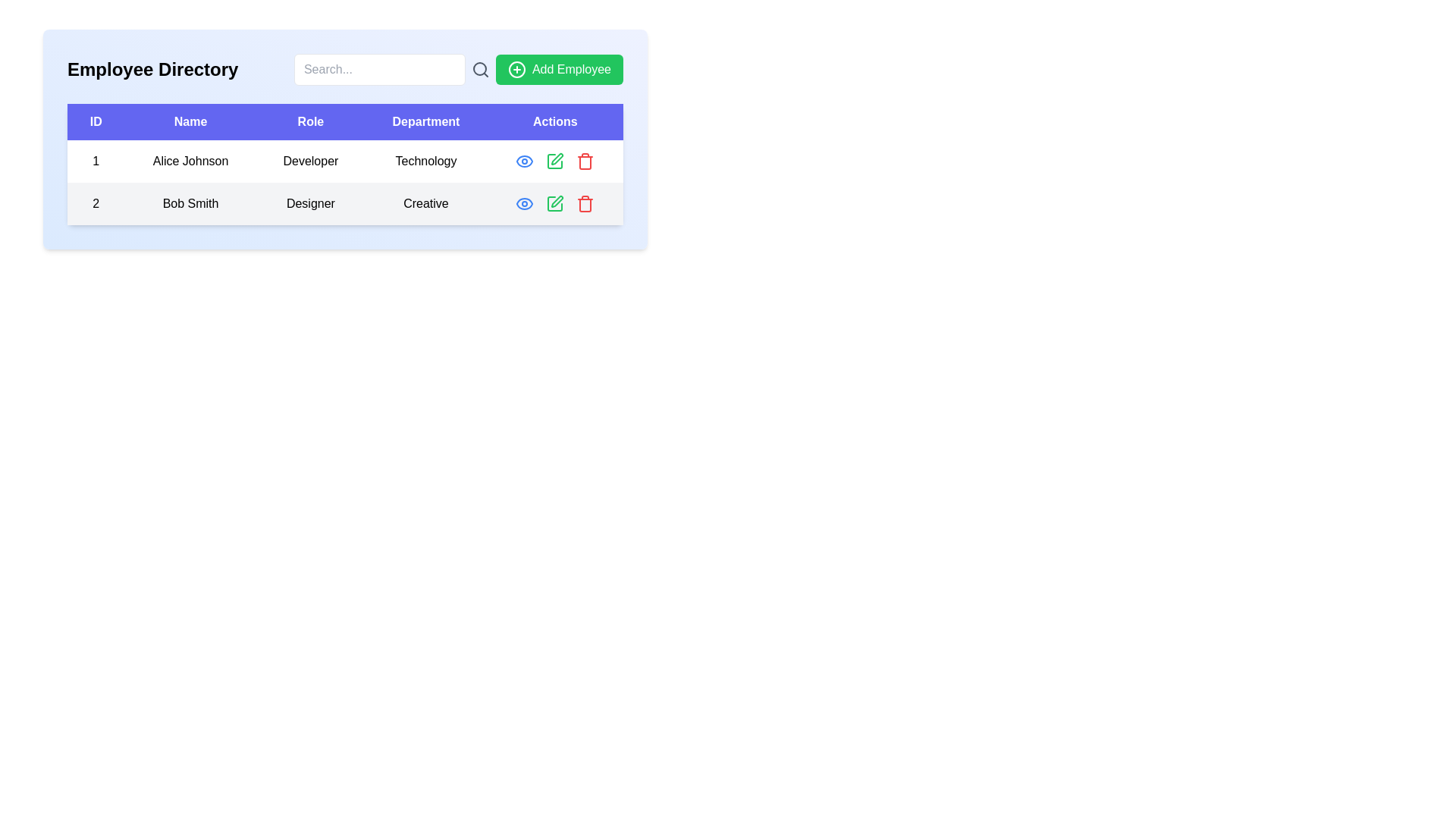 This screenshot has width=1456, height=819. I want to click on the text element displaying the name 'Alice Johnson' in the 'Name' column of the employee directory table, so click(190, 161).